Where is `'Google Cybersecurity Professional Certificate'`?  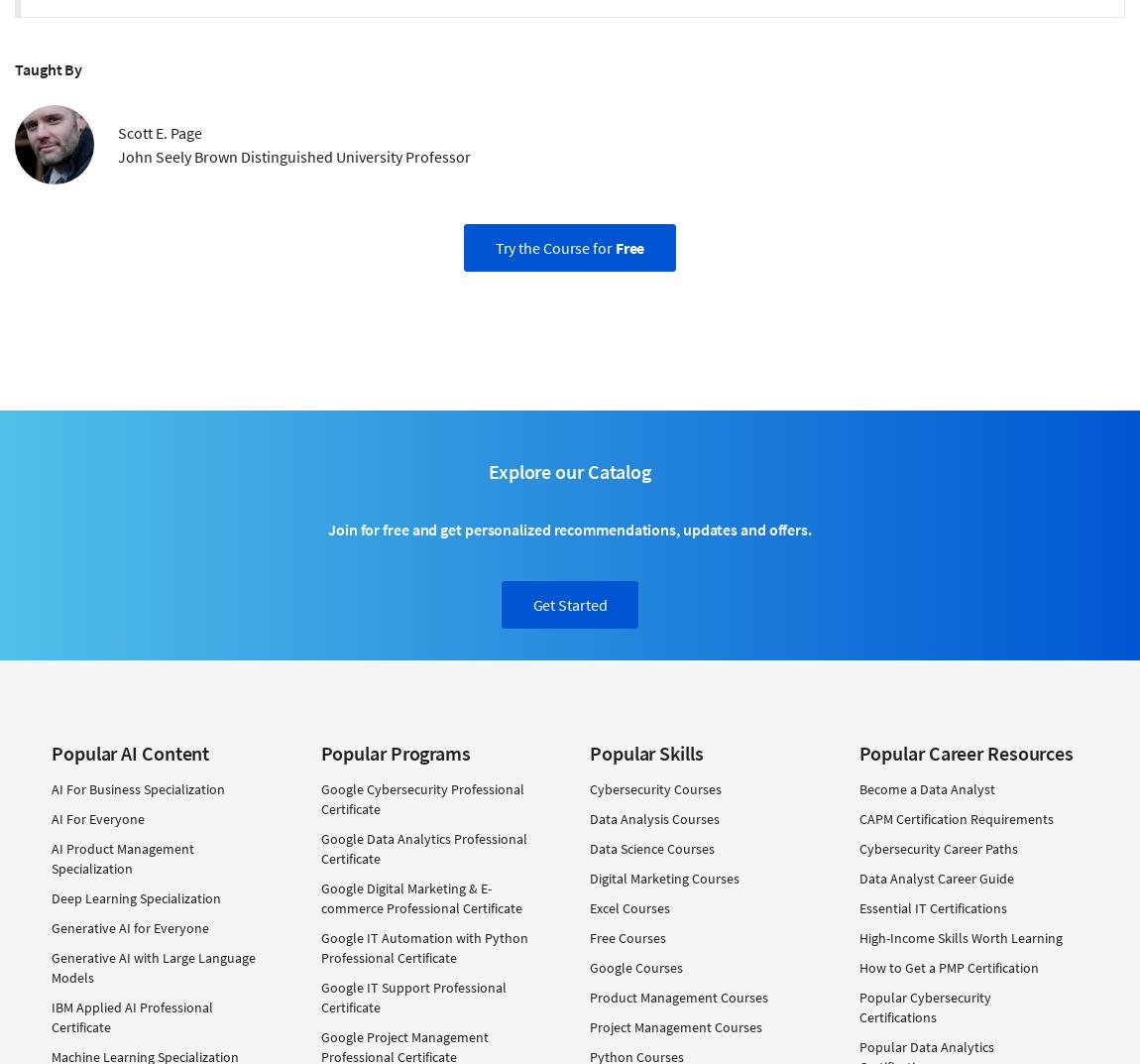
'Google Cybersecurity Professional Certificate' is located at coordinates (421, 797).